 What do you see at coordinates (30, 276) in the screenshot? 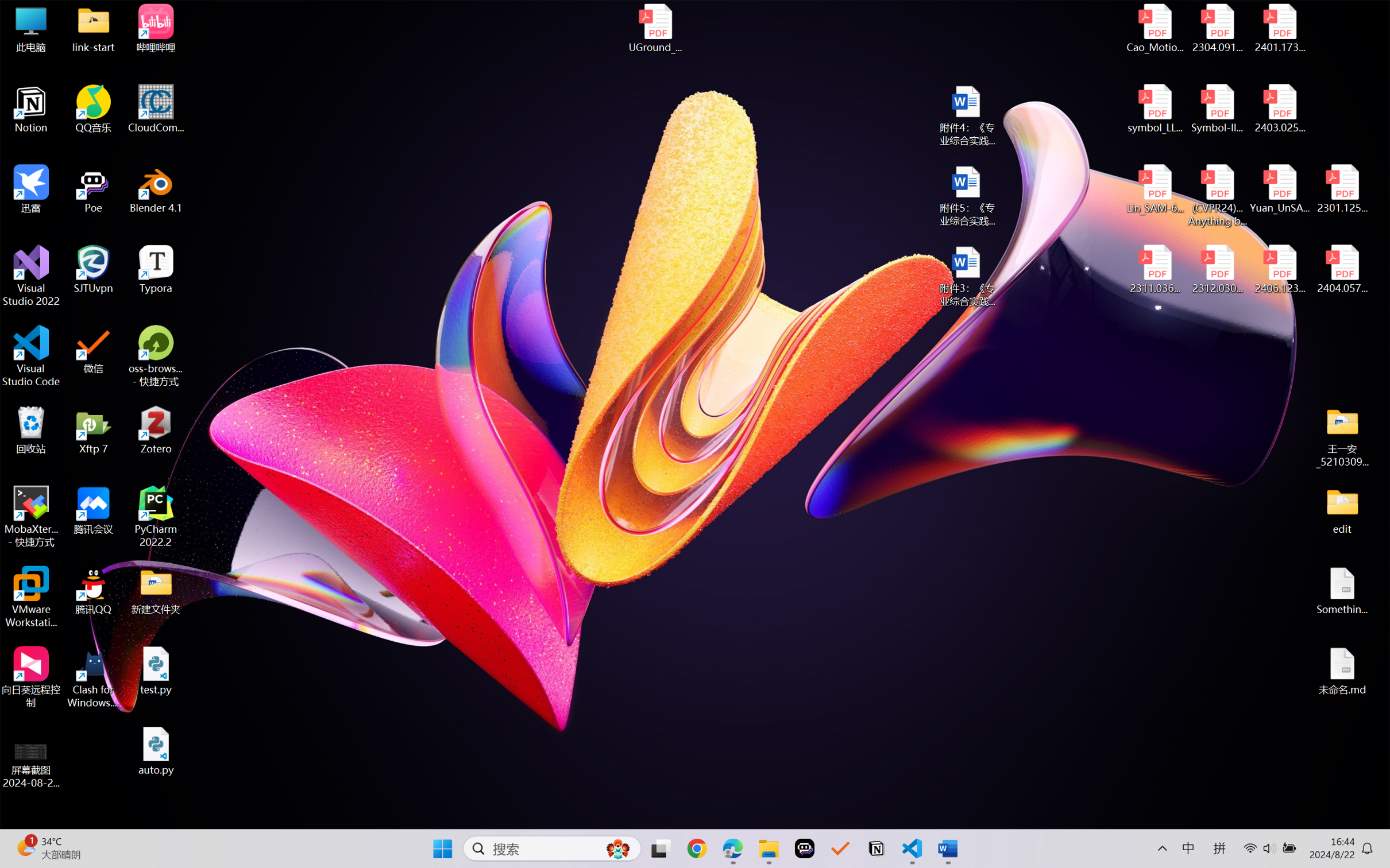
I see `'Visual Studio 2022'` at bounding box center [30, 276].